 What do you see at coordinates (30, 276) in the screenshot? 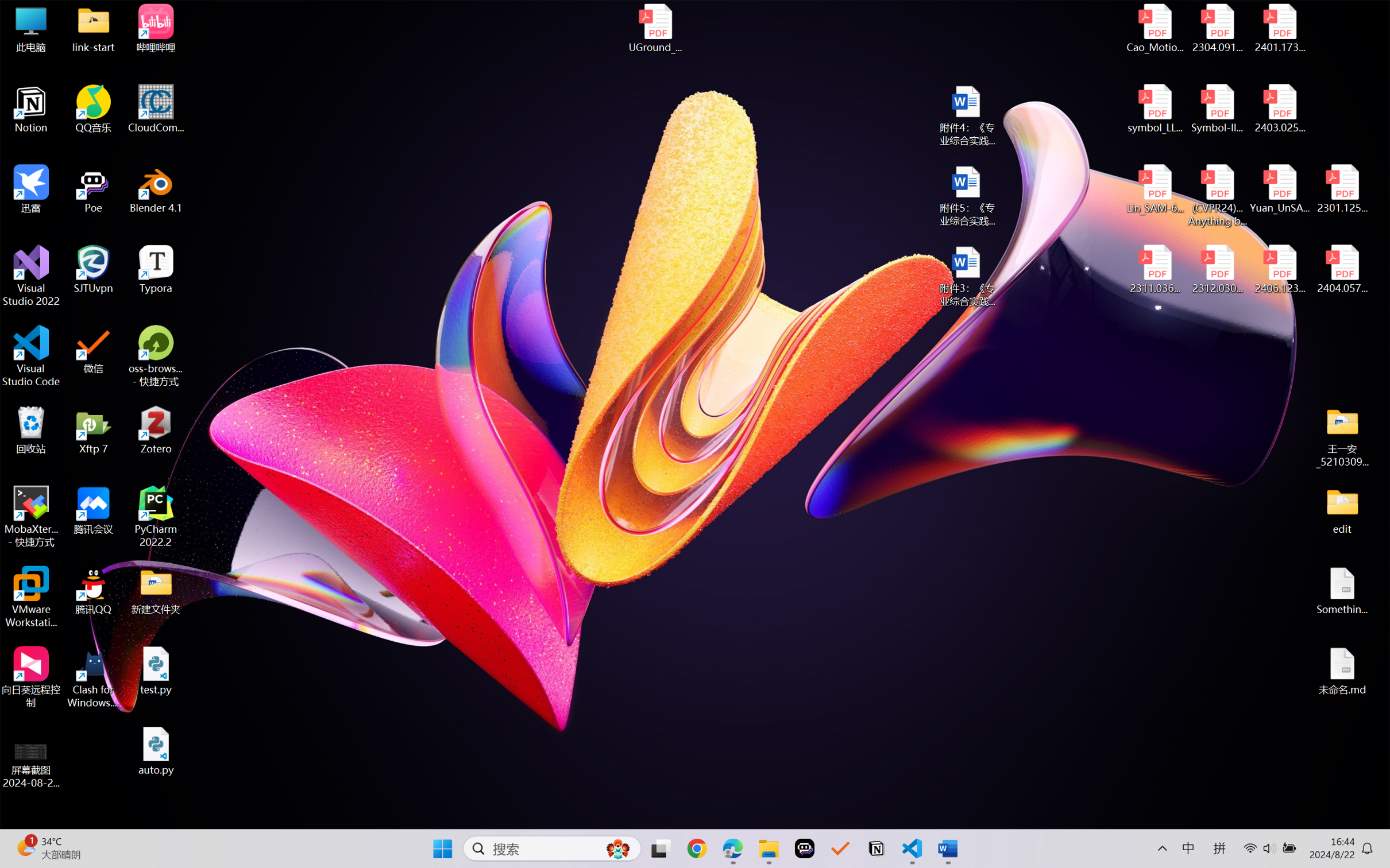
I see `'Visual Studio 2022'` at bounding box center [30, 276].